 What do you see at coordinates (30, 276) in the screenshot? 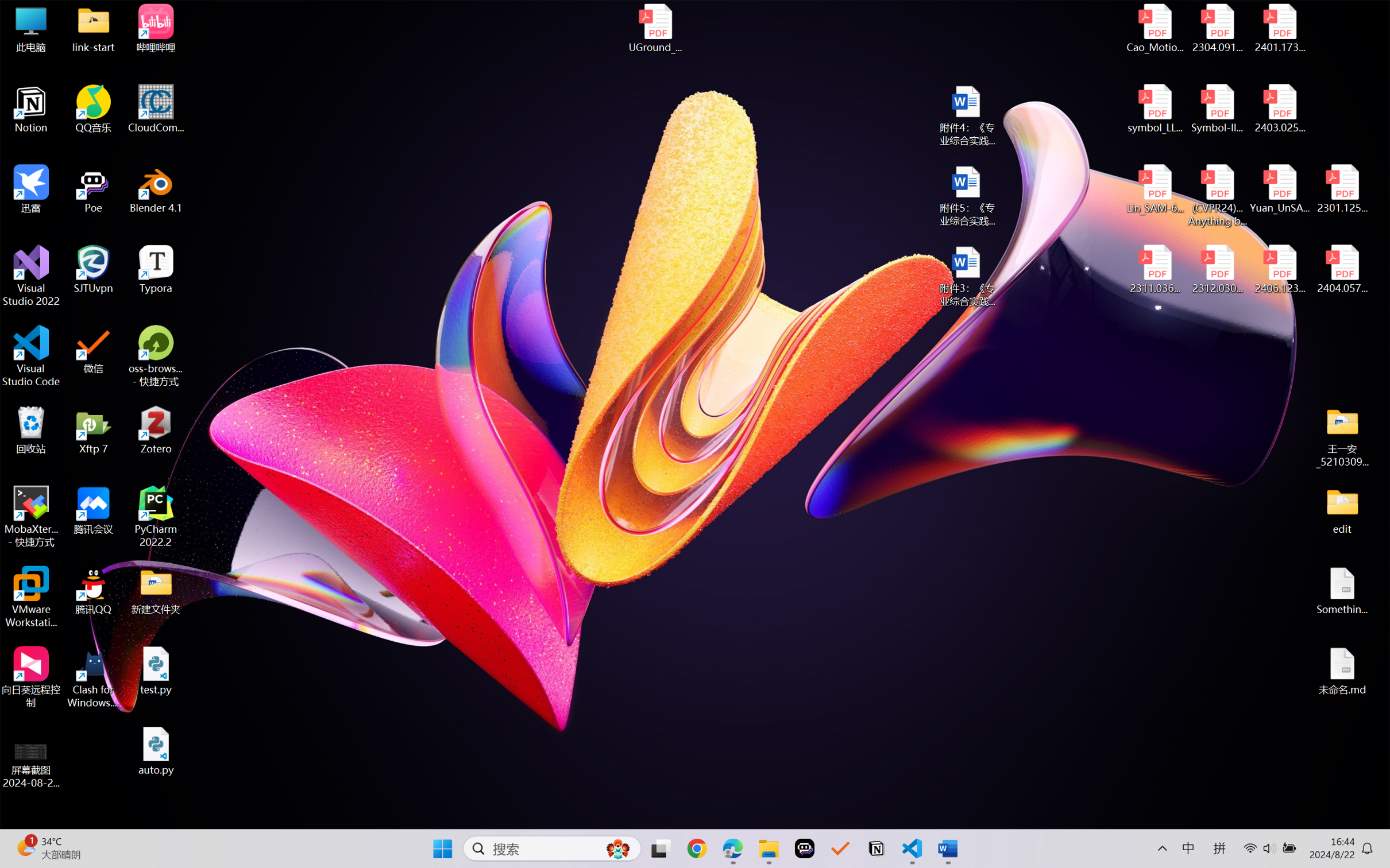
I see `'Visual Studio 2022'` at bounding box center [30, 276].